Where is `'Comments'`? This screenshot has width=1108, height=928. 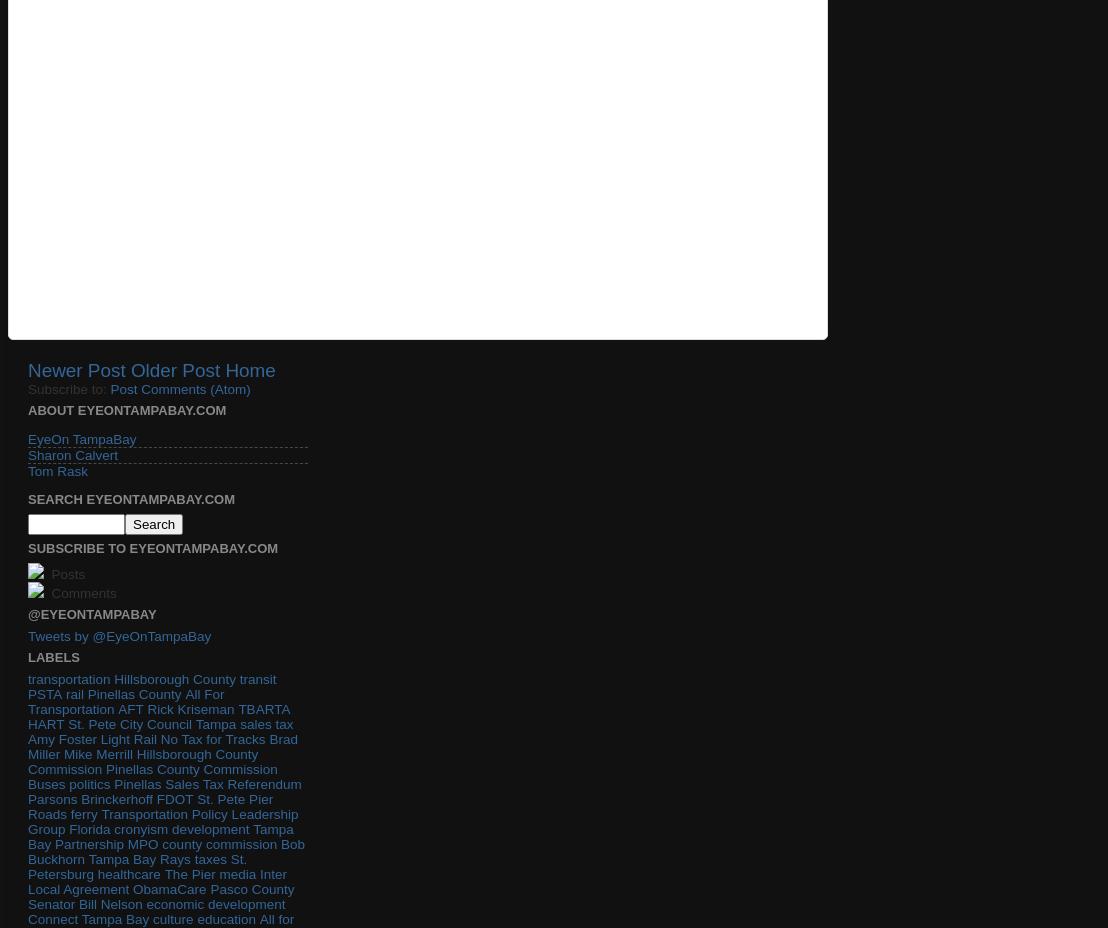
'Comments' is located at coordinates (80, 592).